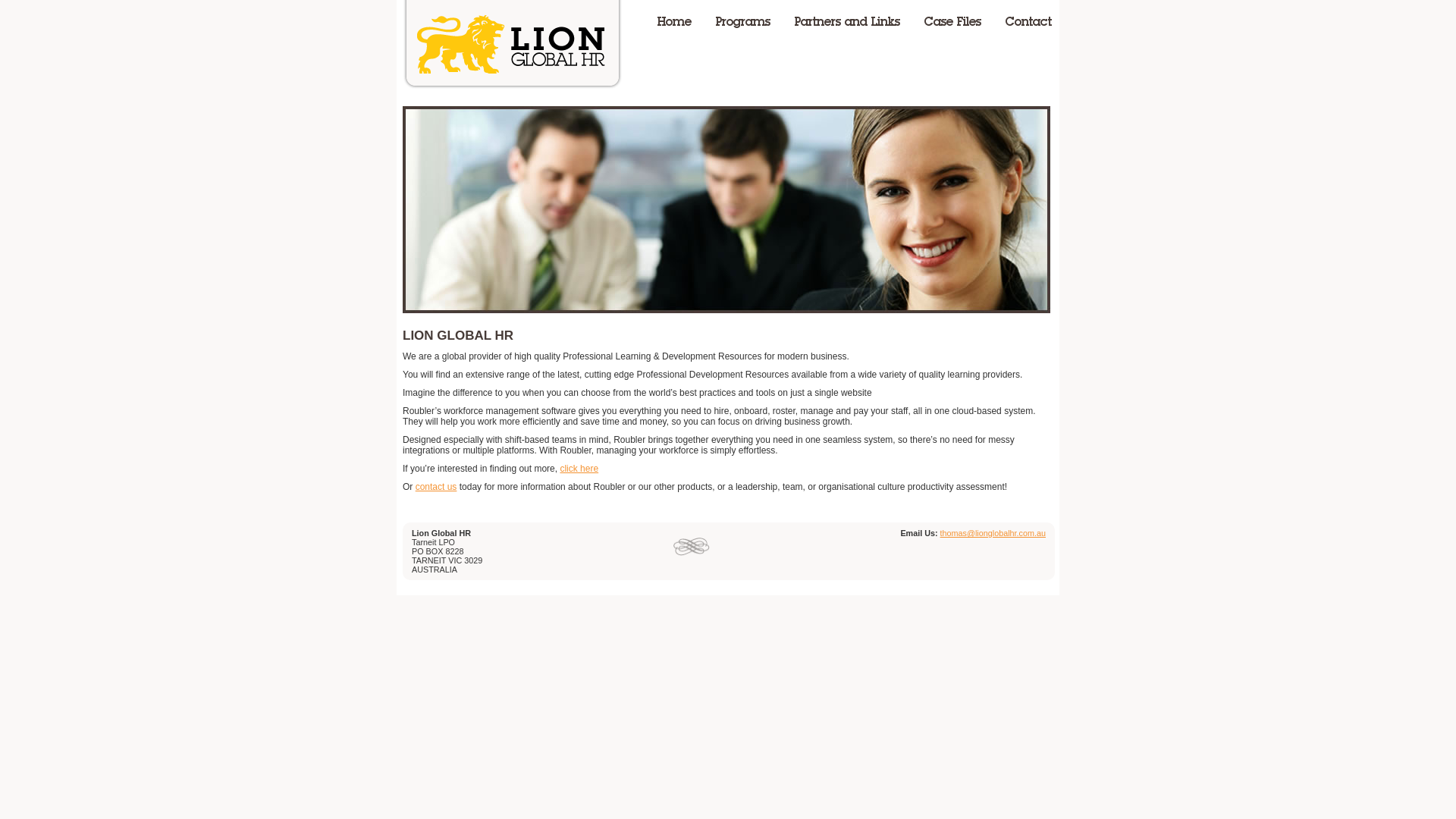 This screenshot has height=819, width=1456. I want to click on 'thomas@lionglobalhr.com.au', so click(939, 532).